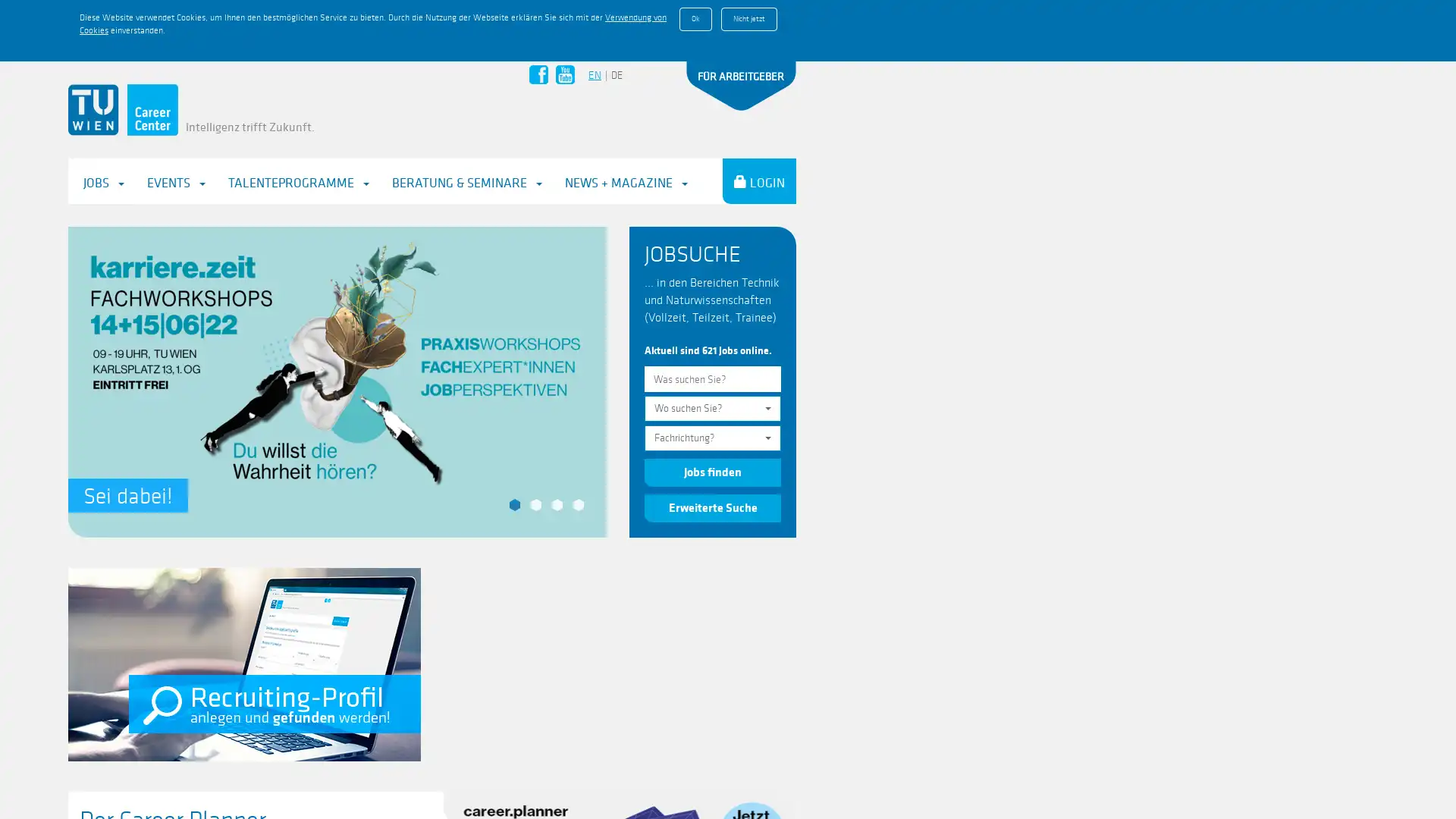  I want to click on Erweiterte Suche, so click(712, 445).